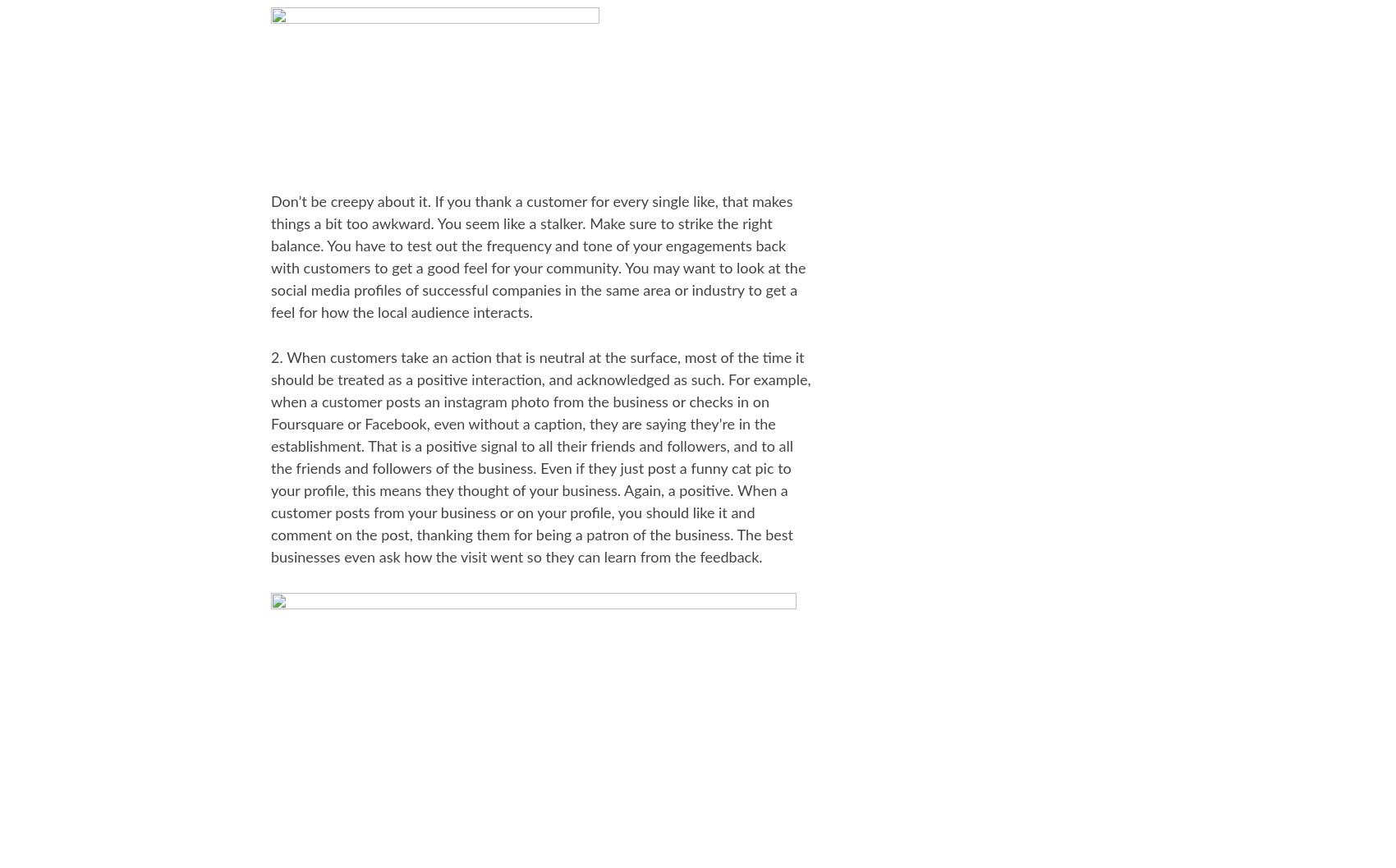  I want to click on 'Archive', so click(728, 580).